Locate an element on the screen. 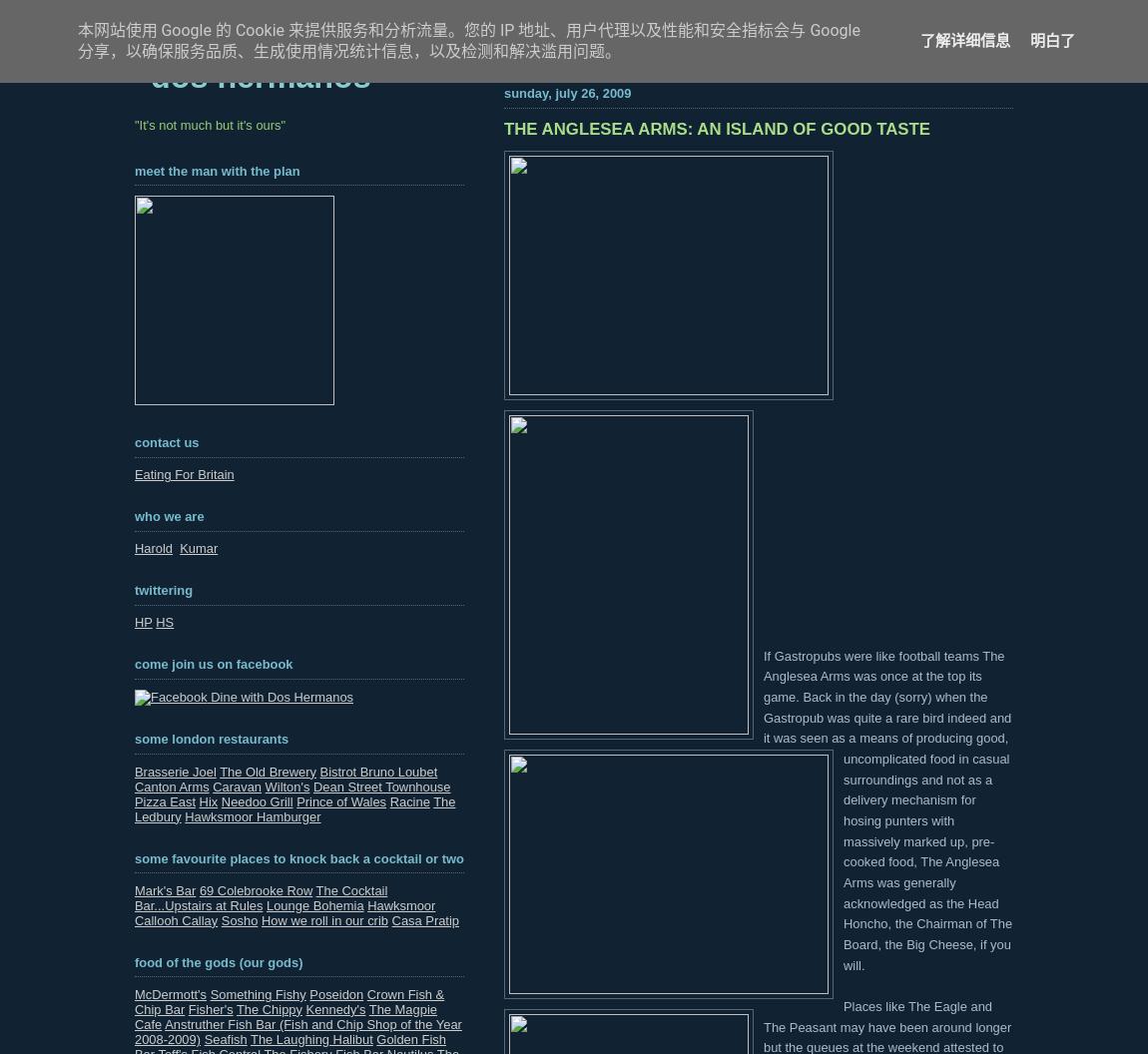  'The Cocktail Bar...Upstairs at Rules' is located at coordinates (260, 895).